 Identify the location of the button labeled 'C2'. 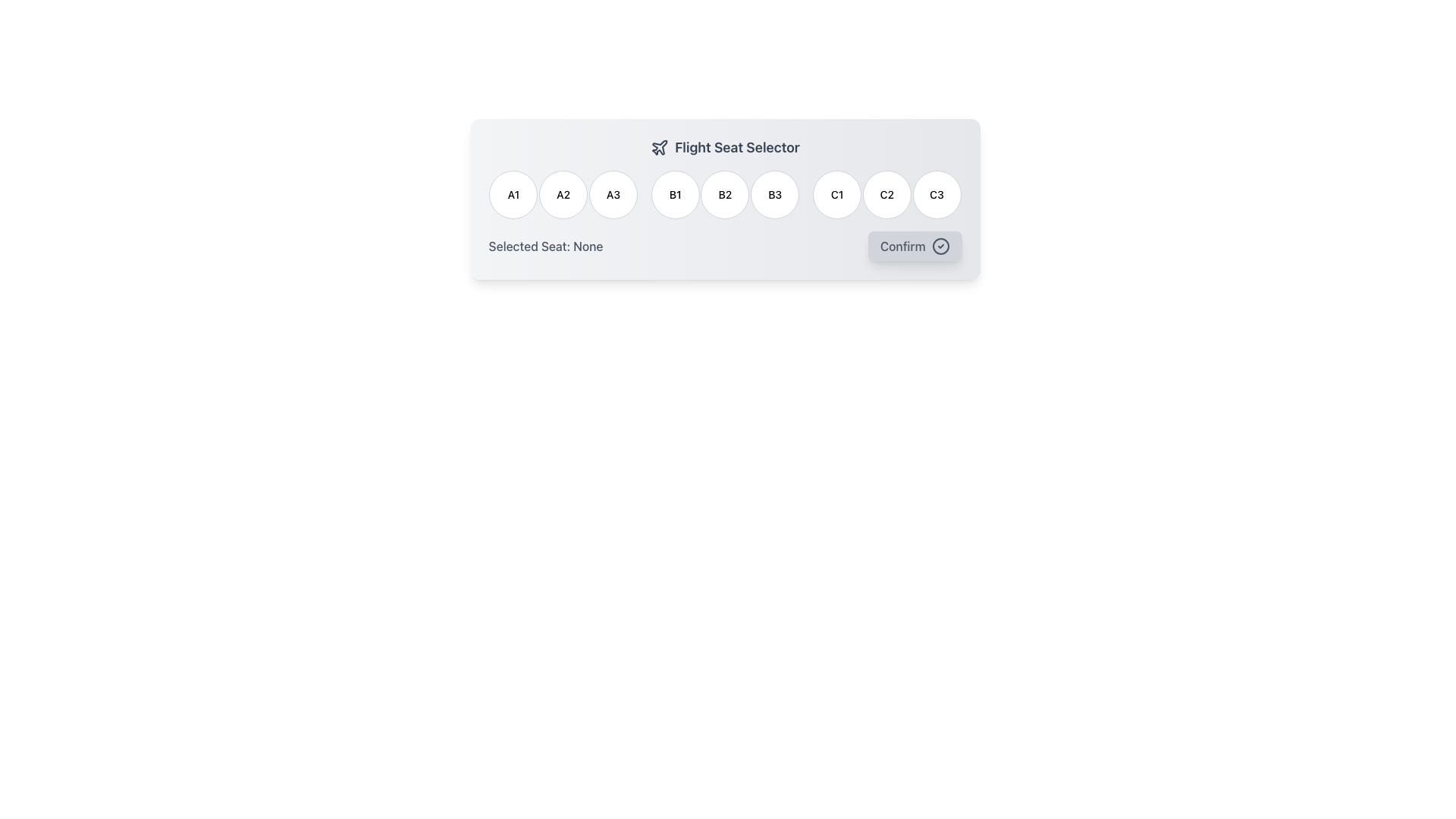
(886, 194).